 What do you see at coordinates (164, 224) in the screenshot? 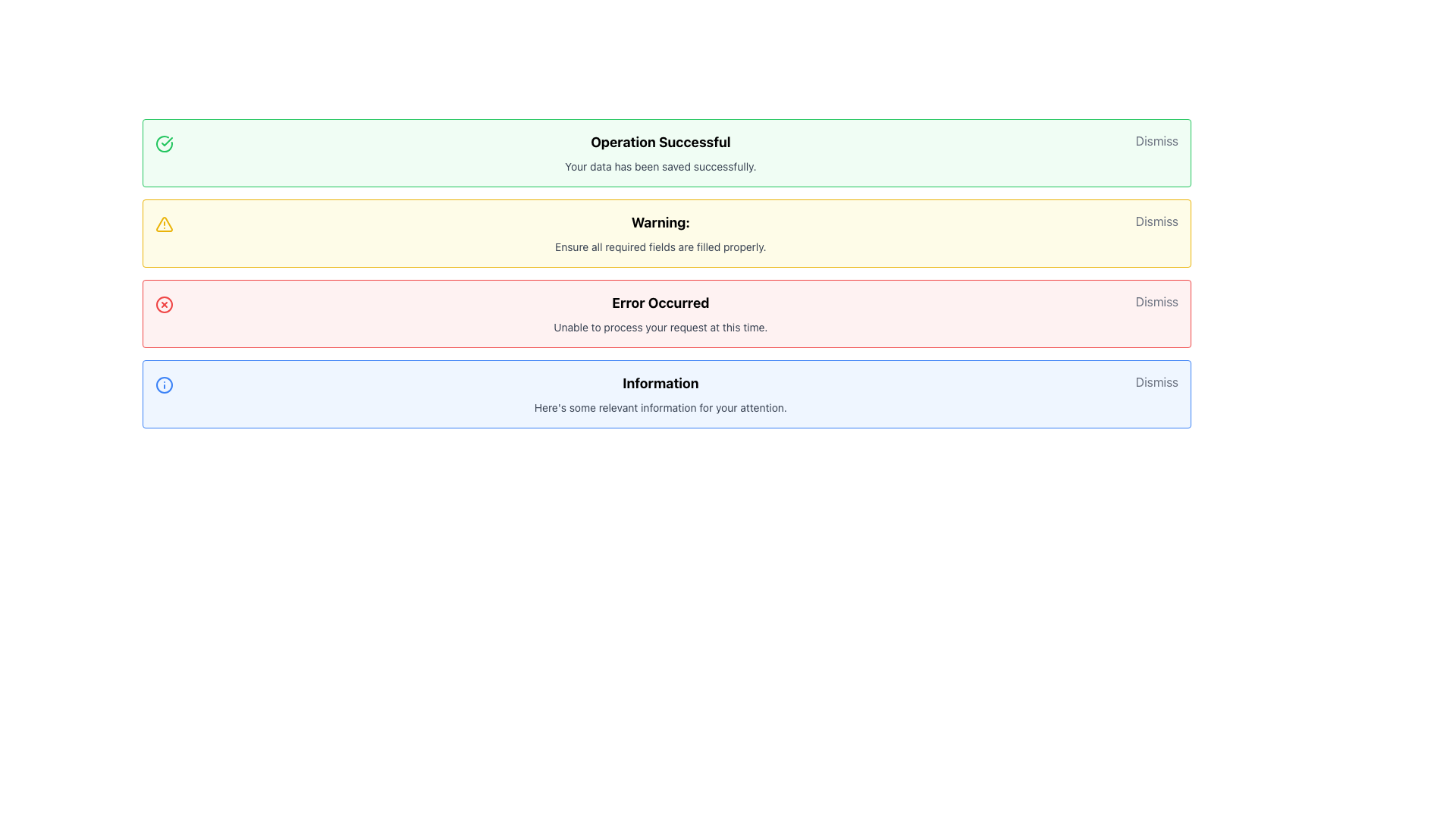
I see `the yellow triangle warning icon located in the second row of messages with a light yellow background labeled 'Warning'` at bounding box center [164, 224].